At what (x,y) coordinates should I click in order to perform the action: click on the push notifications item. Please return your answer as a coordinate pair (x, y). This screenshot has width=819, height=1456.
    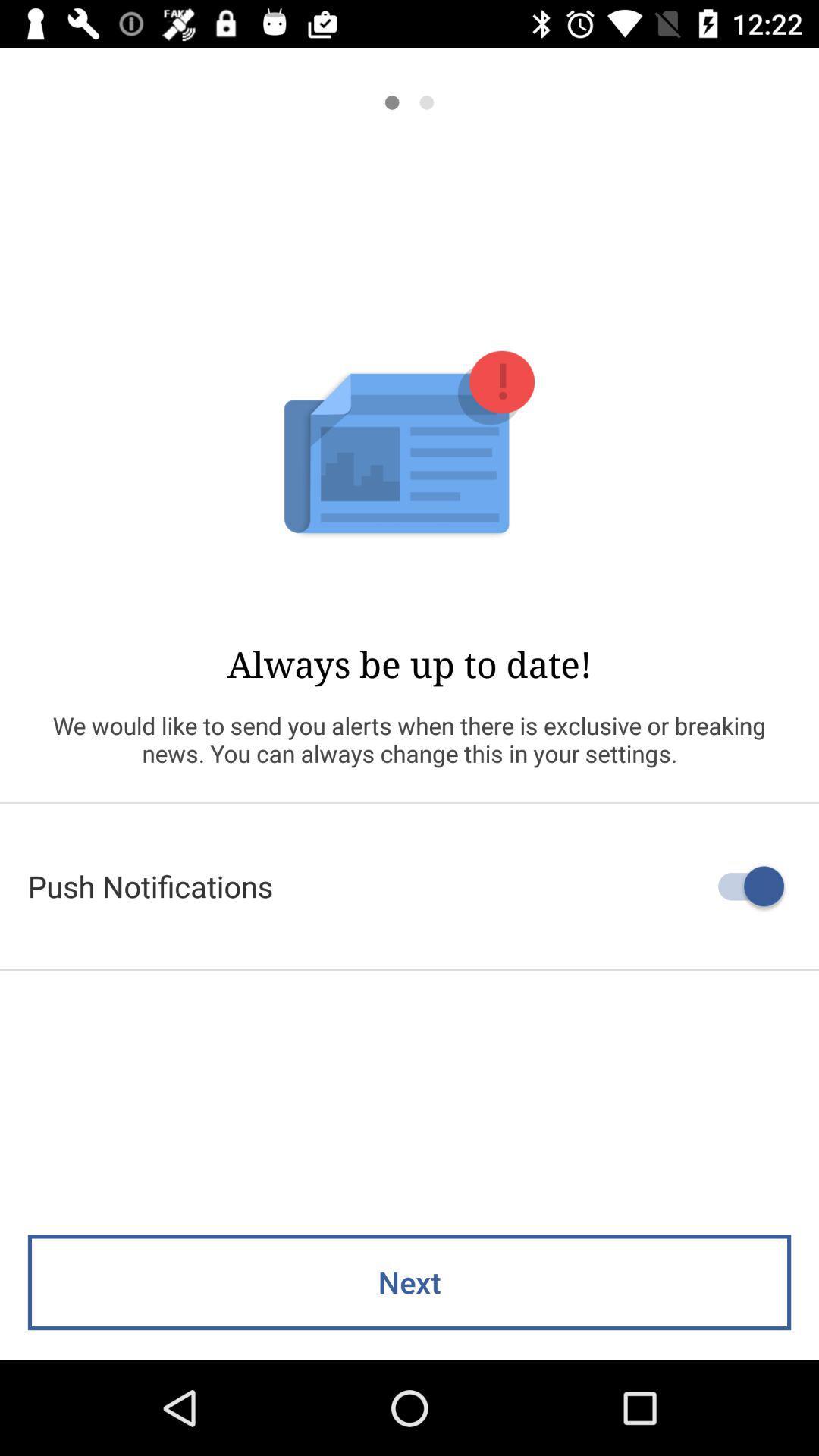
    Looking at the image, I should click on (409, 886).